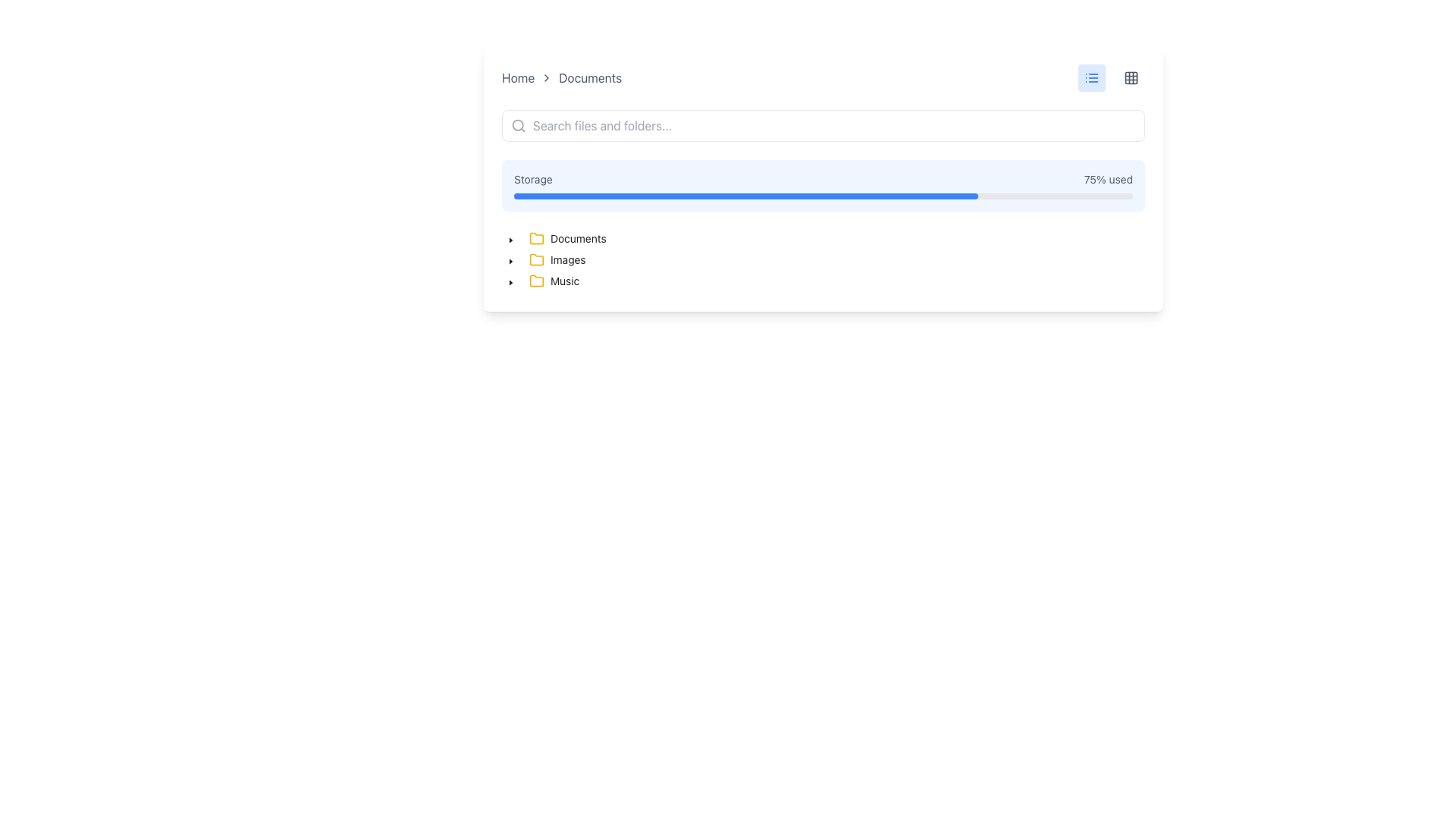 The image size is (1456, 819). What do you see at coordinates (537, 281) in the screenshot?
I see `the 'Music' folder icon, which is the third item in a vertical list of folders` at bounding box center [537, 281].